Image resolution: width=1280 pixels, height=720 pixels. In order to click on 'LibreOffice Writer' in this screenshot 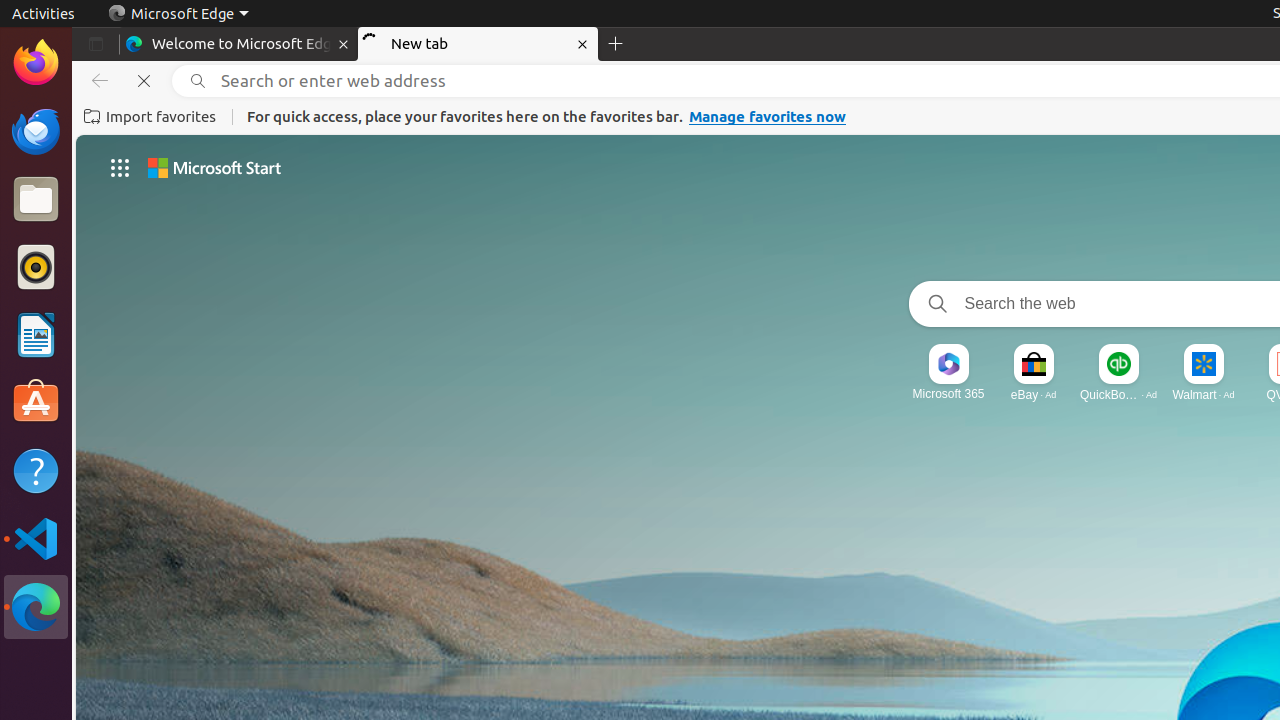, I will do `click(35, 334)`.